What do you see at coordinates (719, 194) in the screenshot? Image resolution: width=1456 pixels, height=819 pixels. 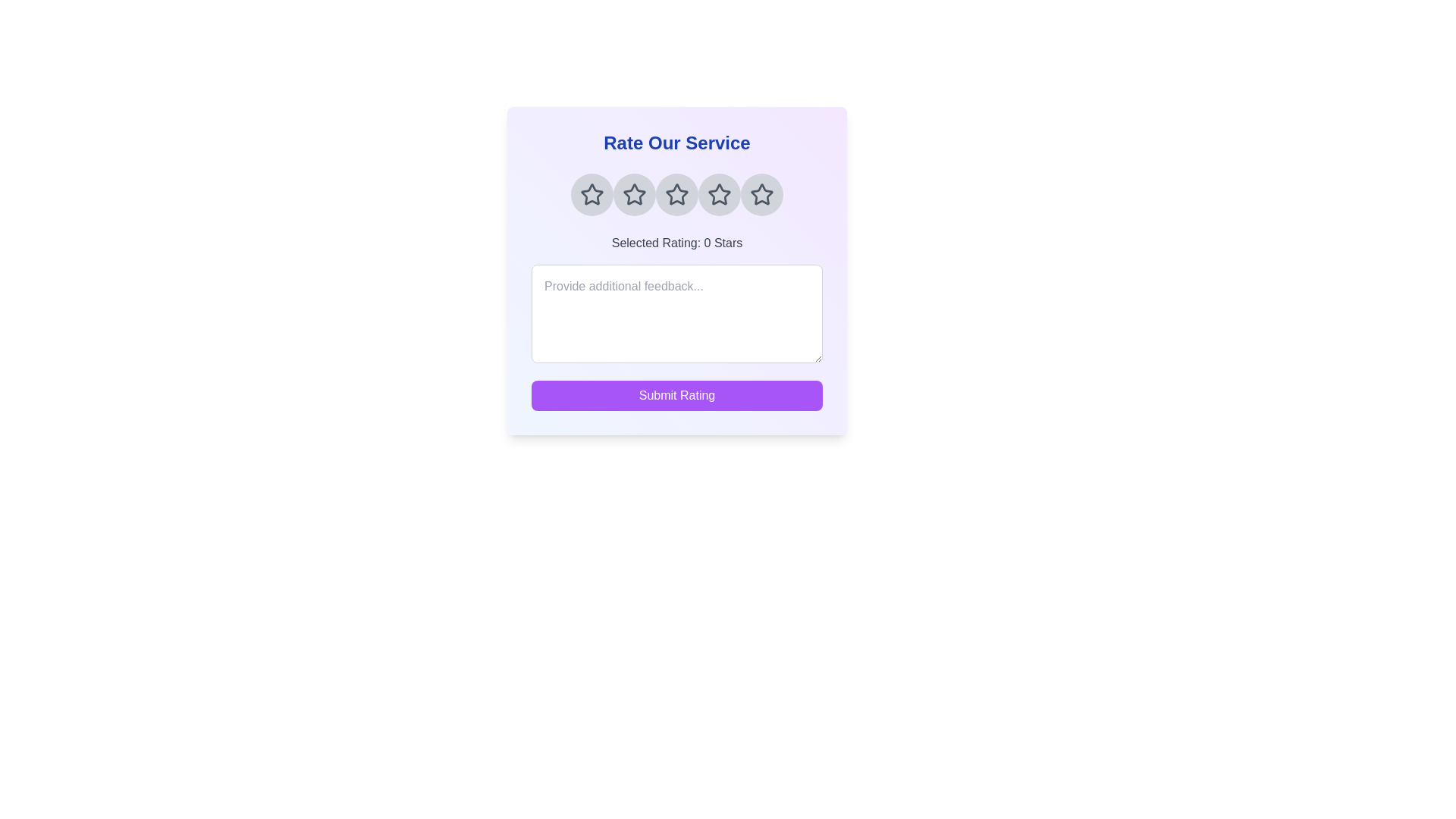 I see `the star corresponding to the desired rating 4` at bounding box center [719, 194].